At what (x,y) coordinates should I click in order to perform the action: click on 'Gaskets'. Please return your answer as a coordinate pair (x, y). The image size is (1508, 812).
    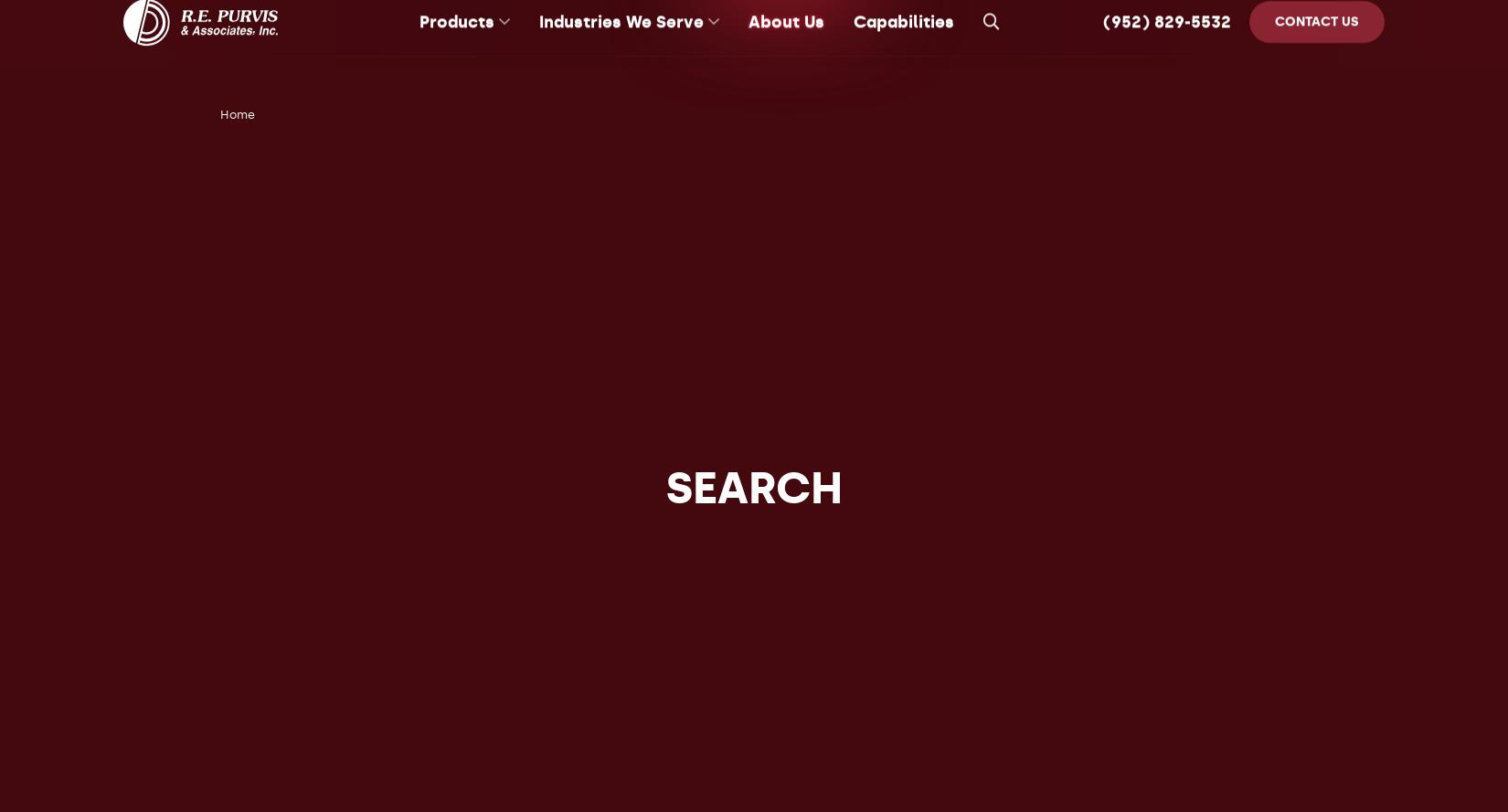
    Looking at the image, I should click on (418, 263).